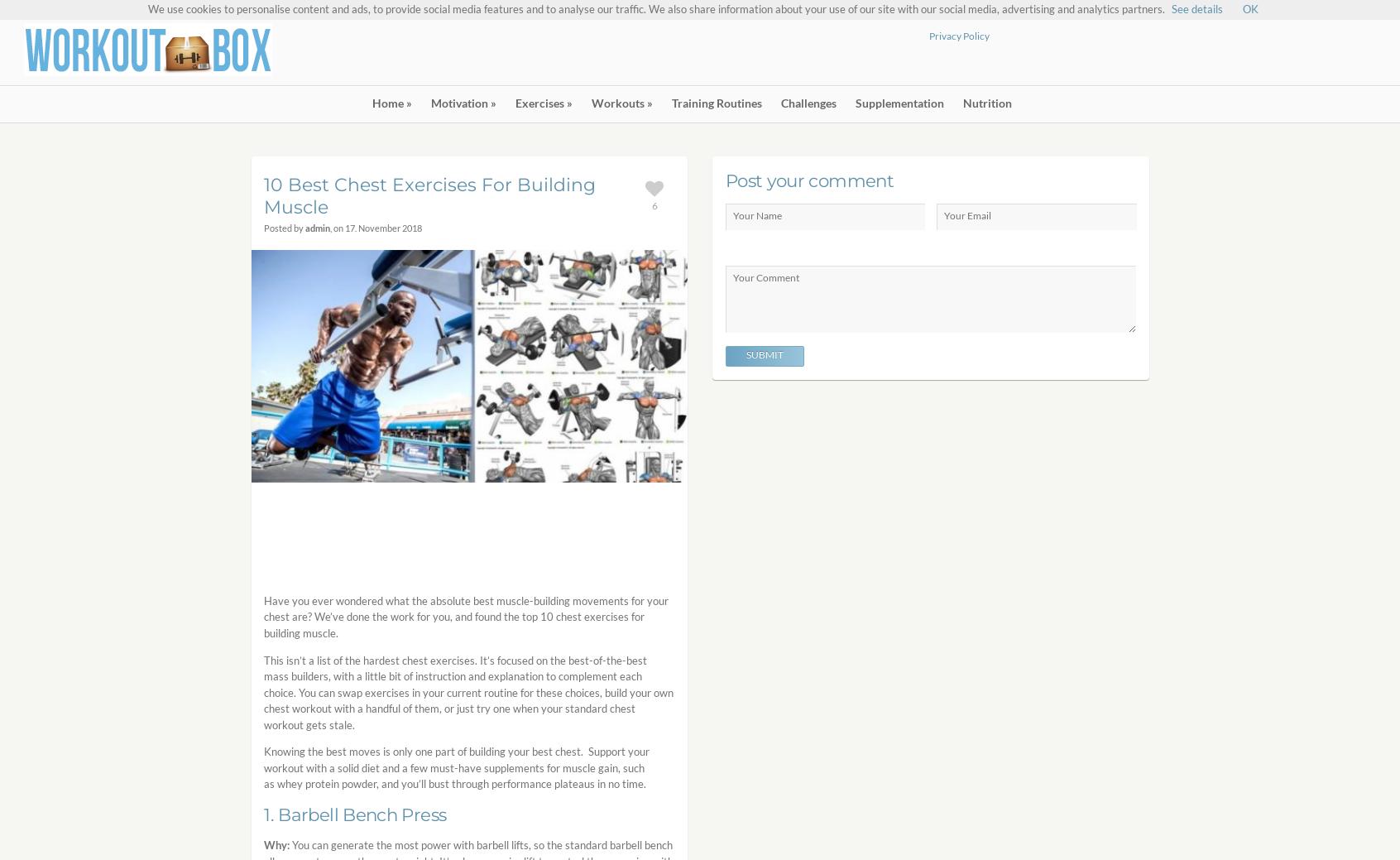 The image size is (1400, 860). What do you see at coordinates (458, 102) in the screenshot?
I see `'Motivation'` at bounding box center [458, 102].